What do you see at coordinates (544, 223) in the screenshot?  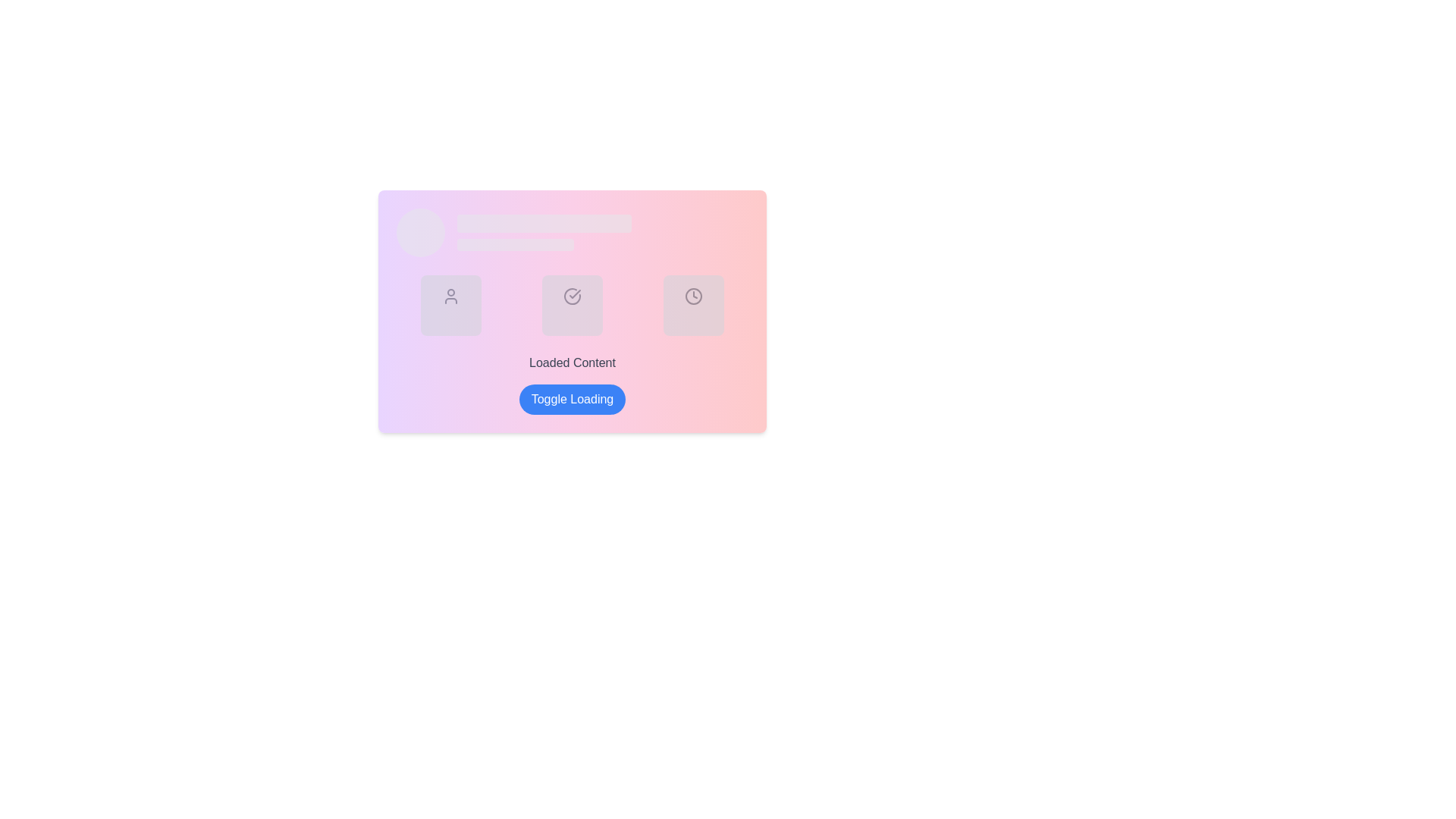 I see `the progress bar or placeholder indicator, which is a horizontal bar with a light gray background and rounded corners, located in the top-central part of the interface` at bounding box center [544, 223].